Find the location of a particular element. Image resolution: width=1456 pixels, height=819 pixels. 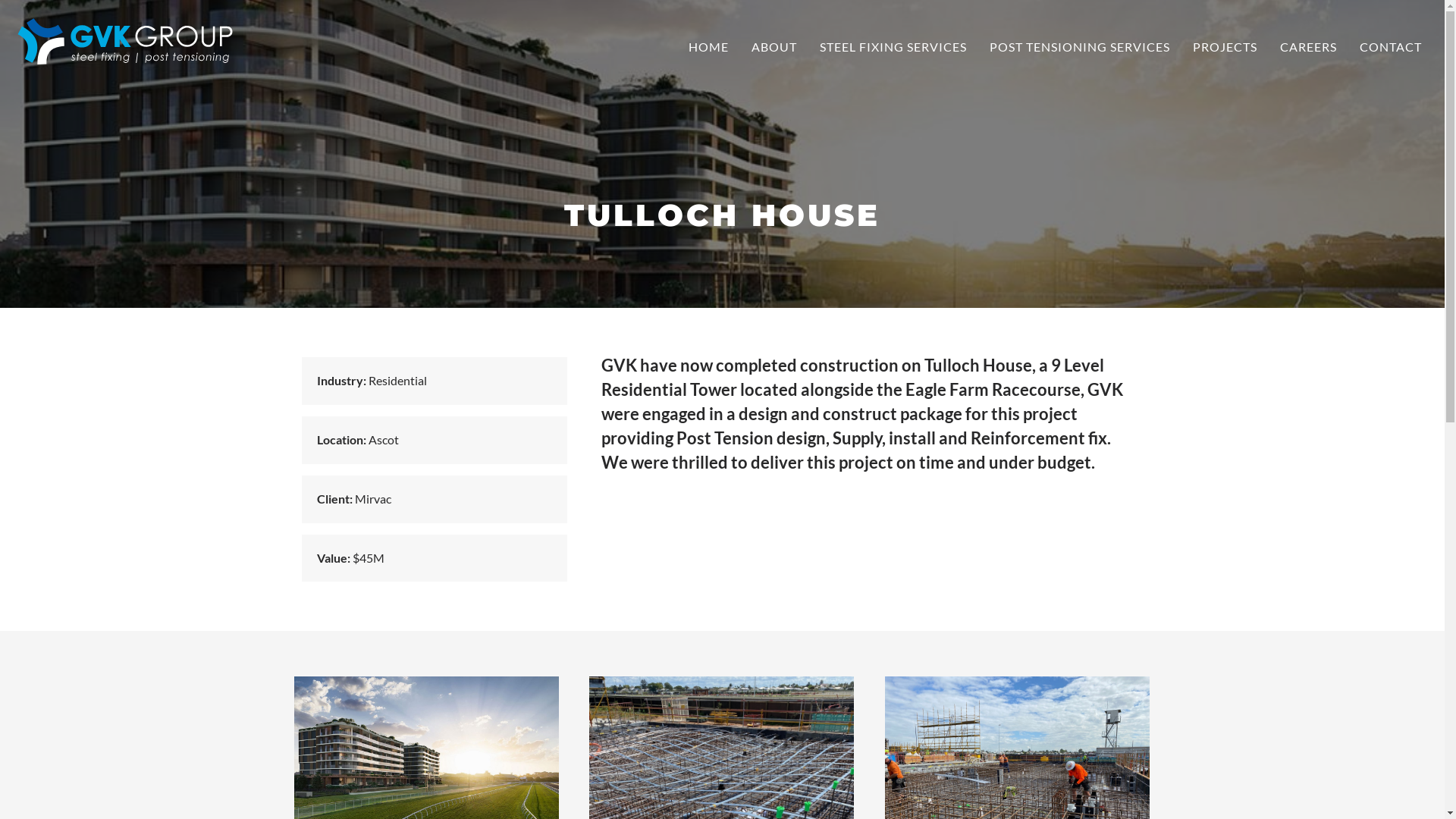

'CONTACT' is located at coordinates (1390, 46).